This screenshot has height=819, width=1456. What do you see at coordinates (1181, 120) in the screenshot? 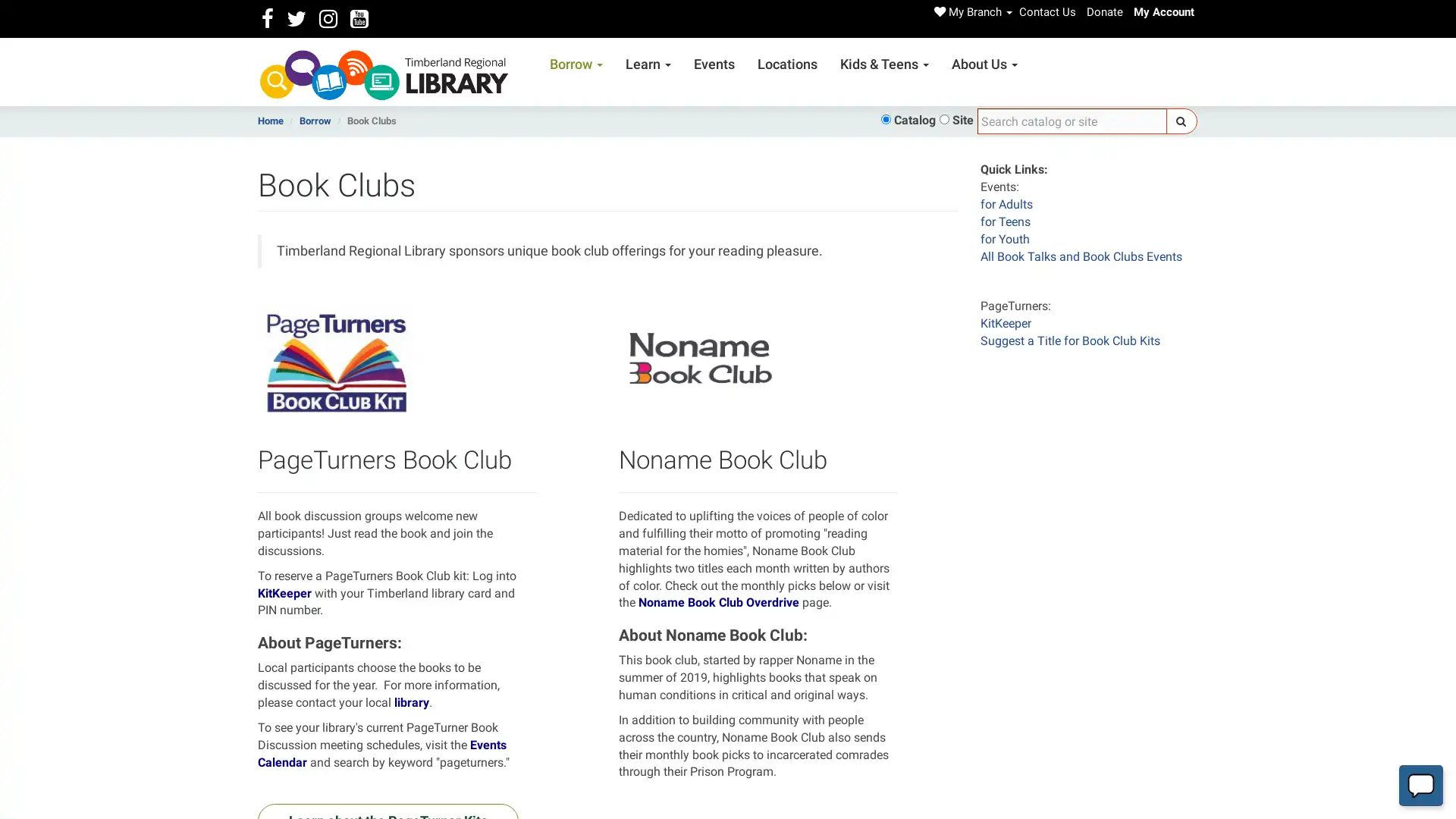
I see `Search` at bounding box center [1181, 120].